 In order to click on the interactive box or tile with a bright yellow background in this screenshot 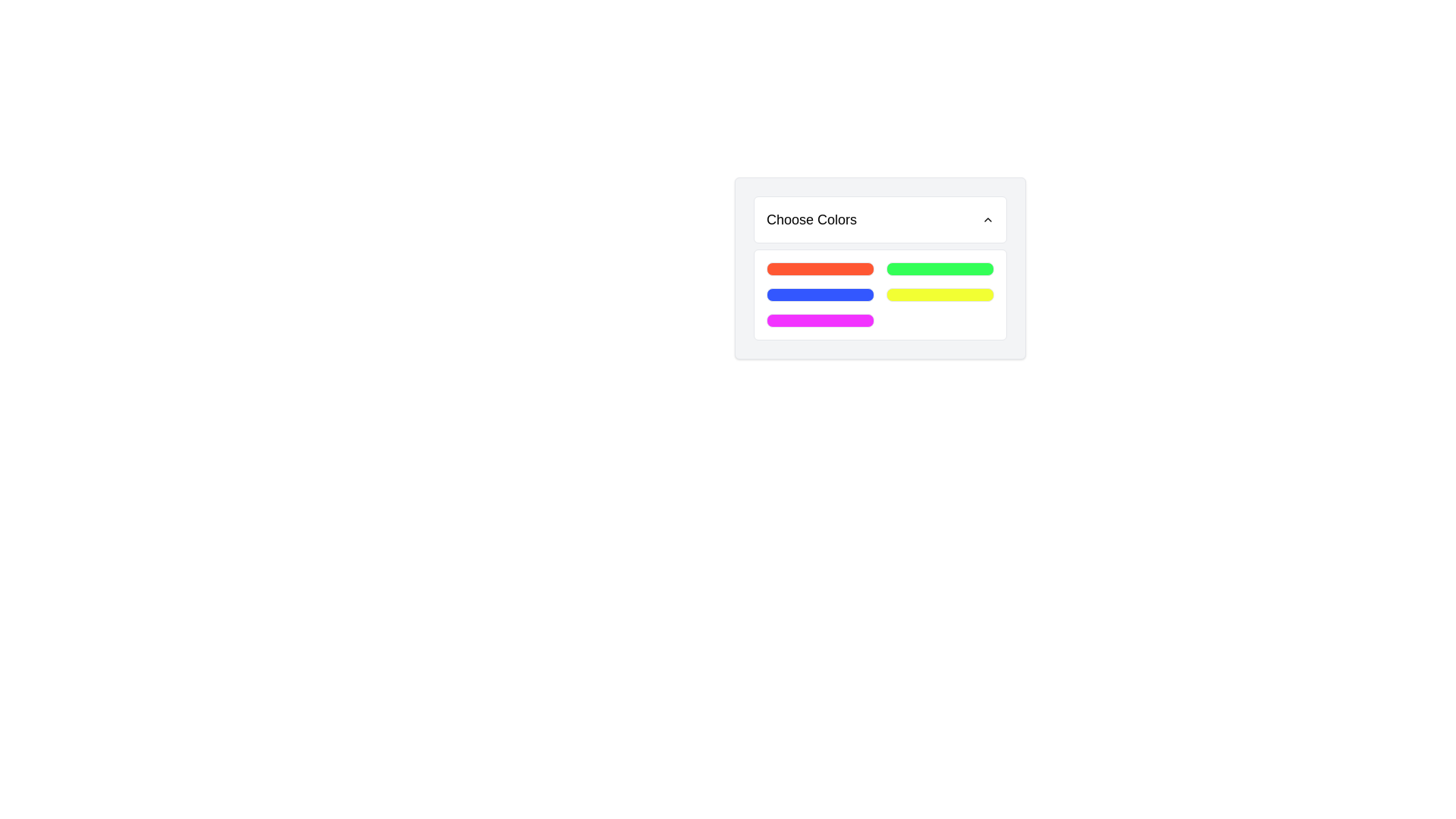, I will do `click(939, 295)`.